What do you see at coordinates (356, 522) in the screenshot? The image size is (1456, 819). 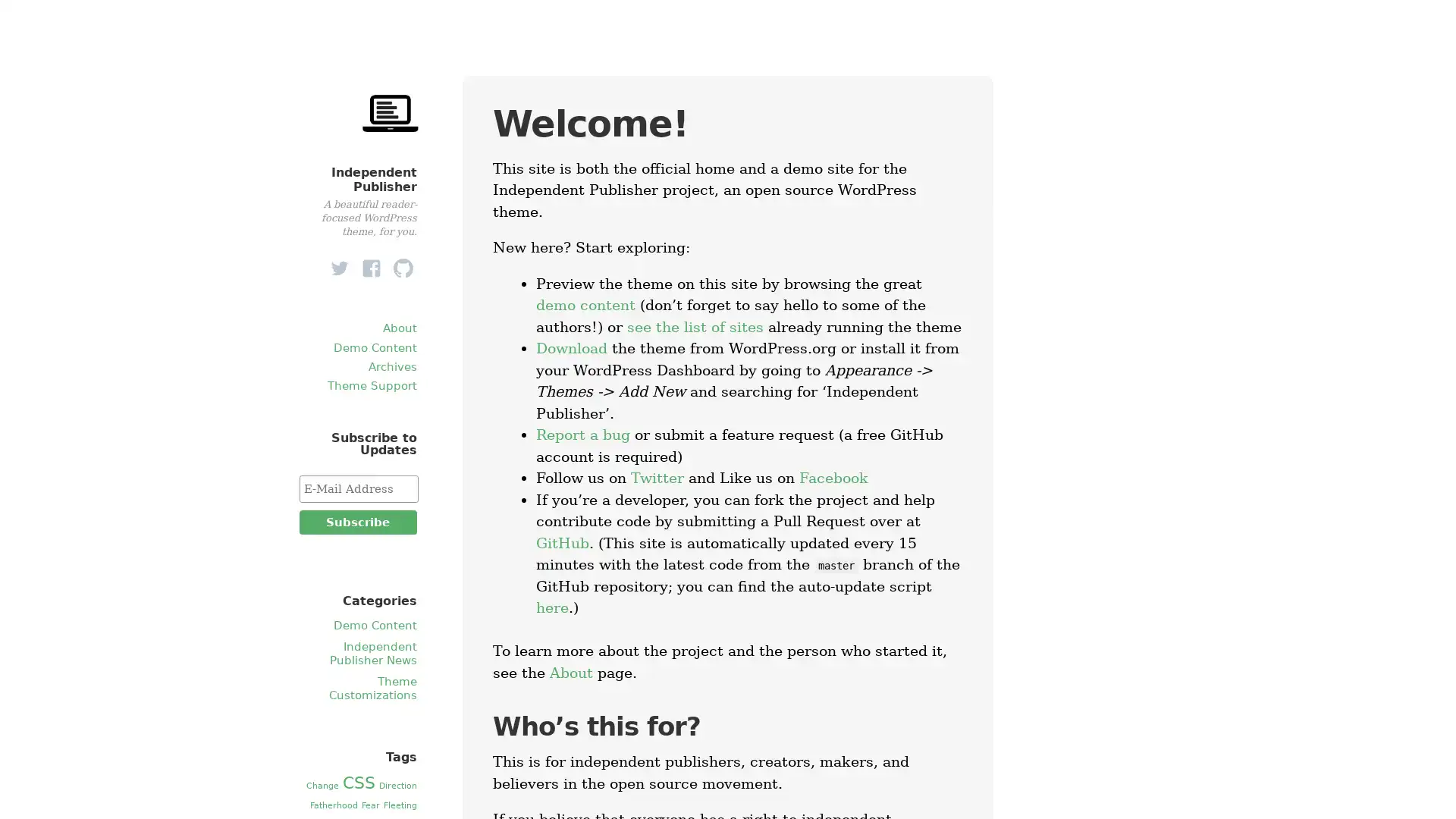 I see `Subscribe` at bounding box center [356, 522].